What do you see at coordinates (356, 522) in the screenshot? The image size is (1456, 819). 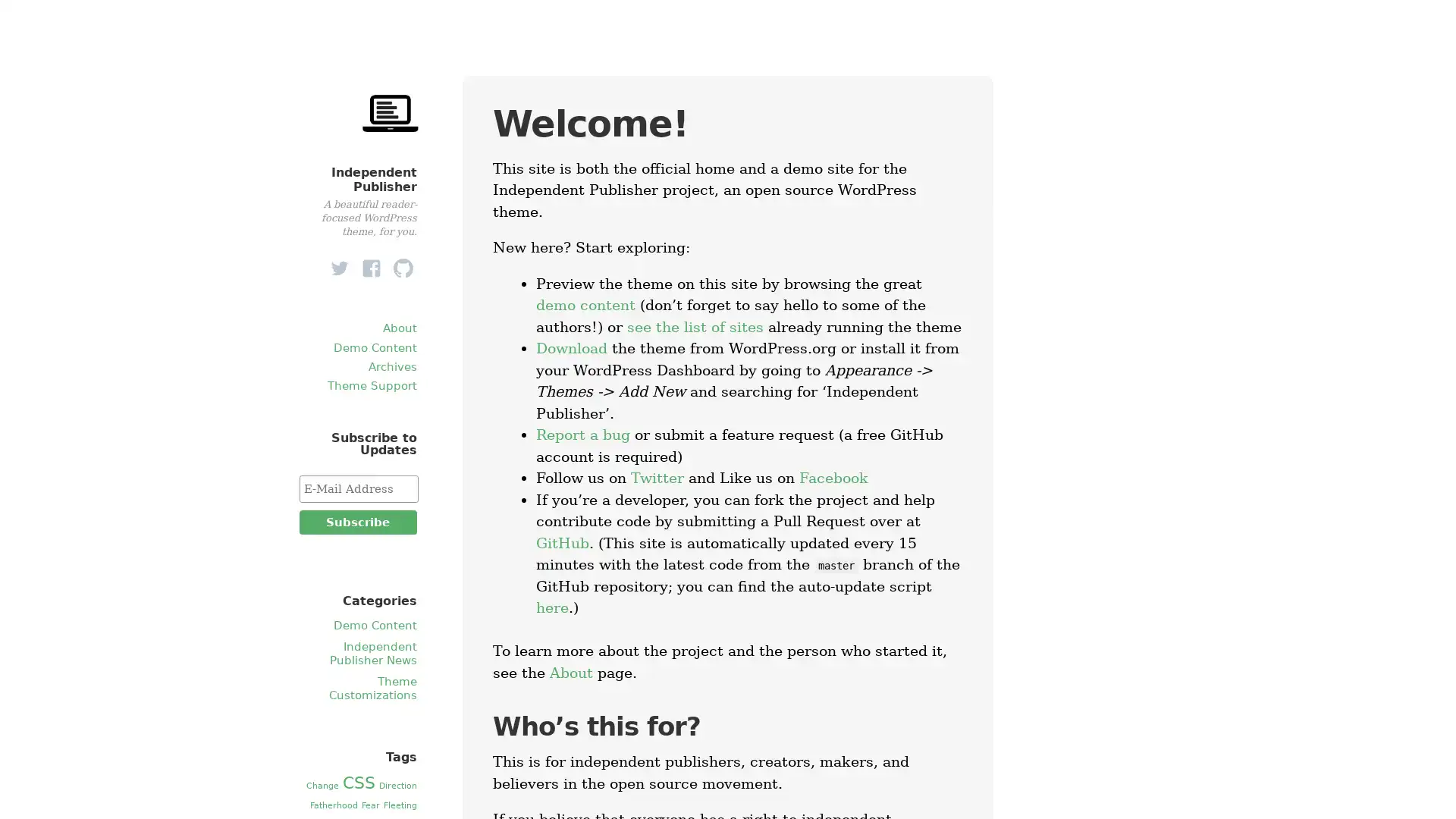 I see `Subscribe` at bounding box center [356, 522].